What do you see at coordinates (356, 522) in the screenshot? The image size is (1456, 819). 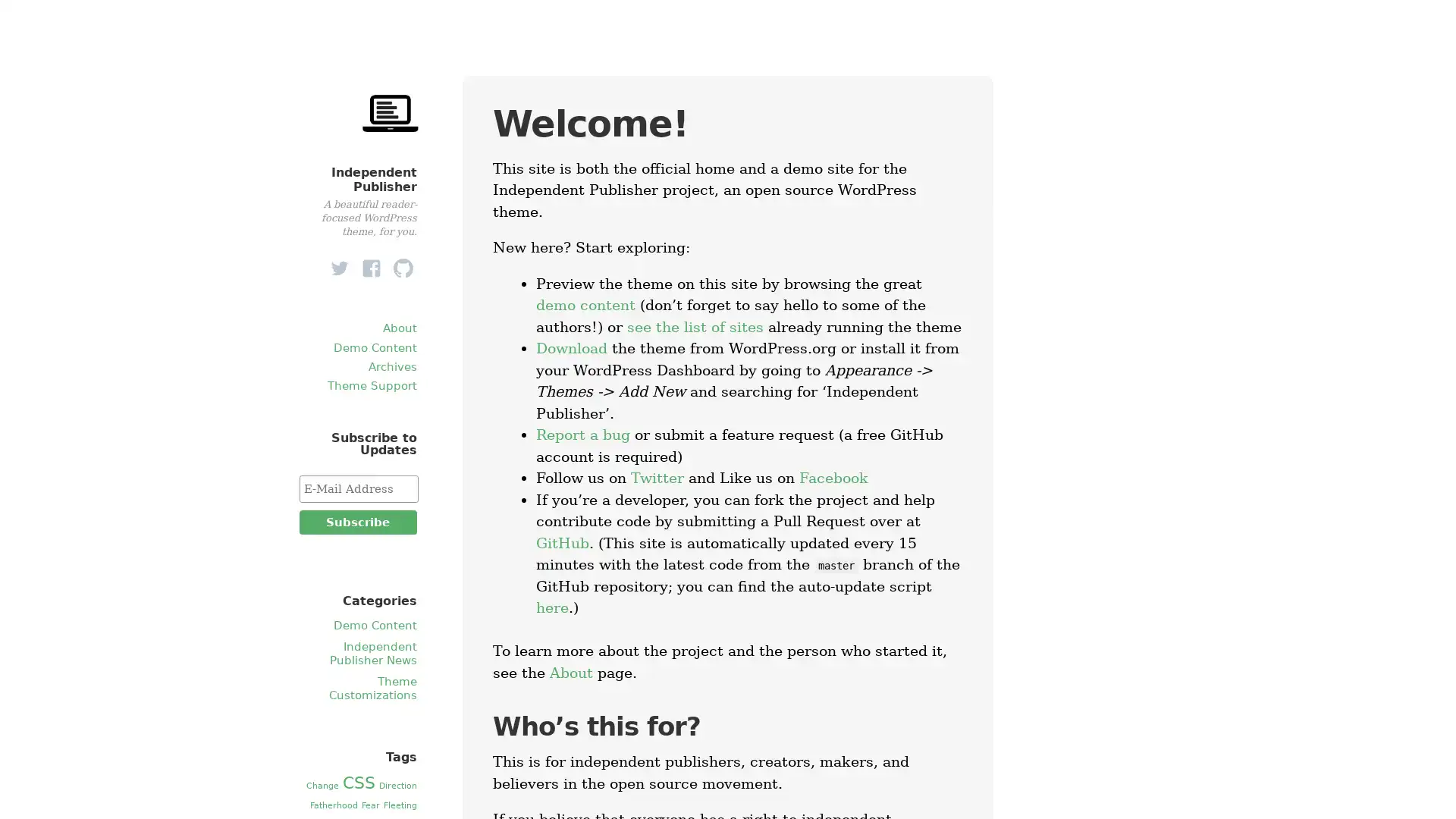 I see `Subscribe` at bounding box center [356, 522].